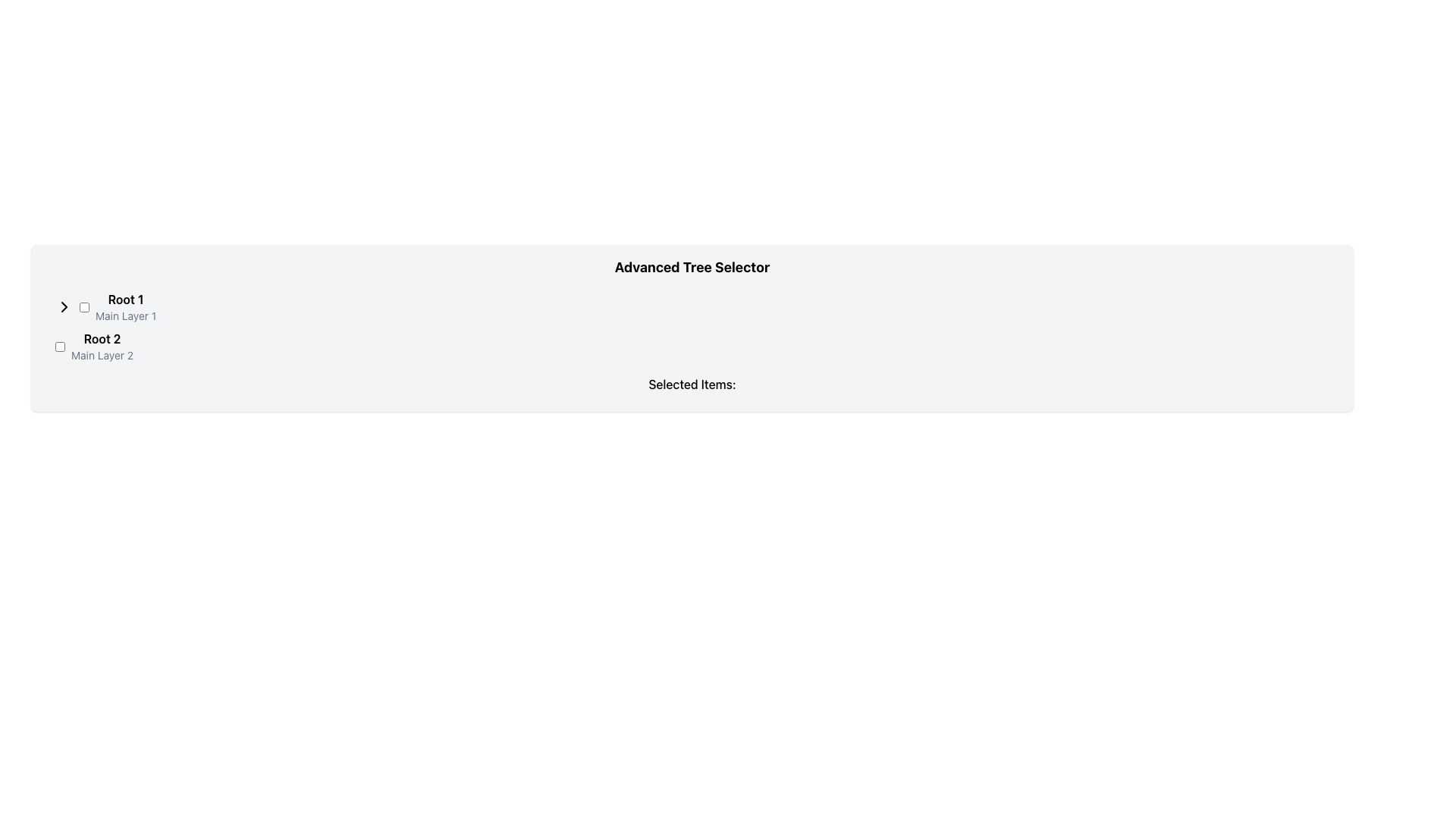 The image size is (1456, 819). I want to click on the right-pointing chevron button, so click(64, 307).